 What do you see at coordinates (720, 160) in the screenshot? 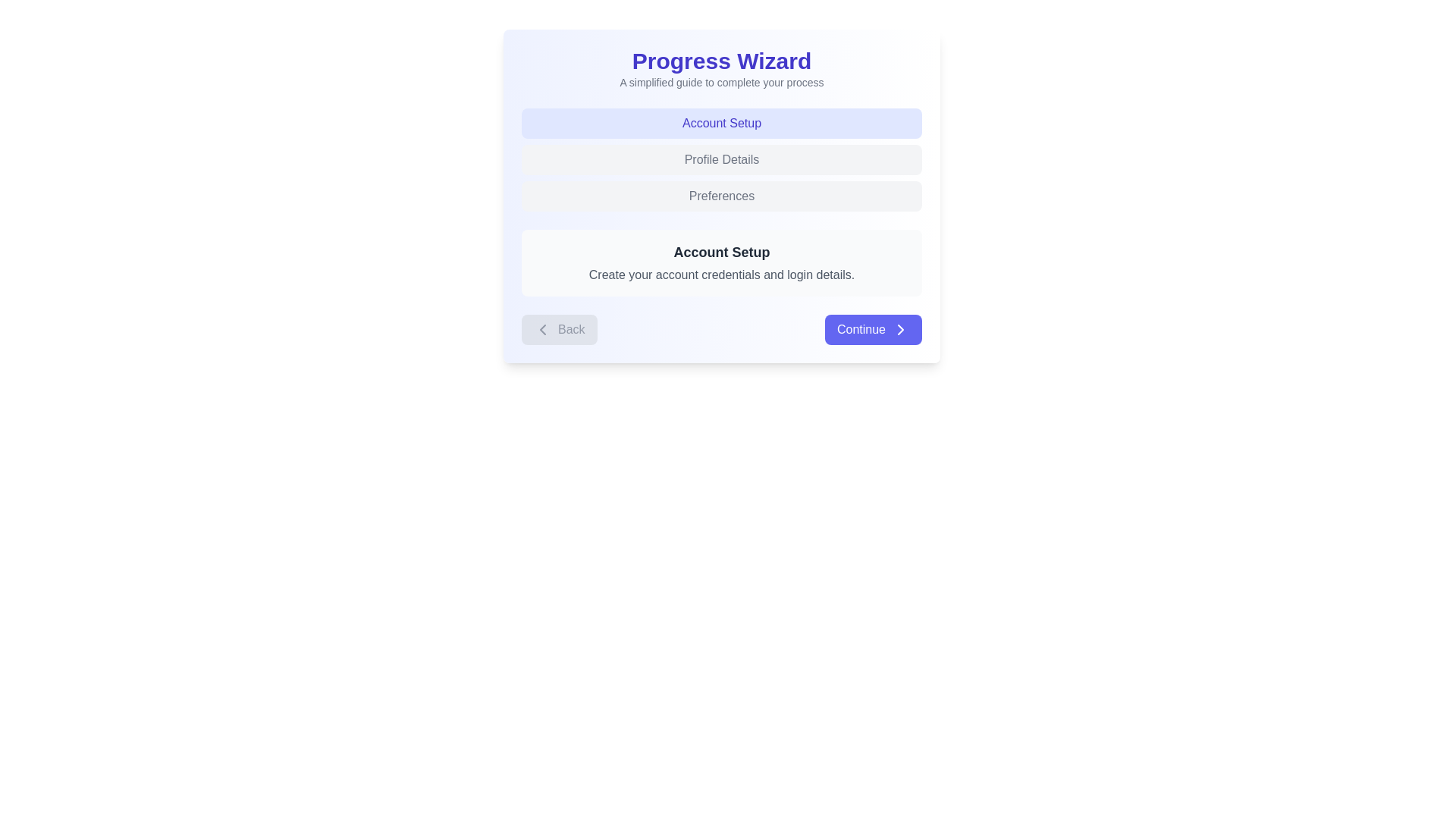
I see `the 'Profile Details' button, which is a rectangular text button with a light gray background and medium gray text, located within the 'Progress Wizard' panel` at bounding box center [720, 160].